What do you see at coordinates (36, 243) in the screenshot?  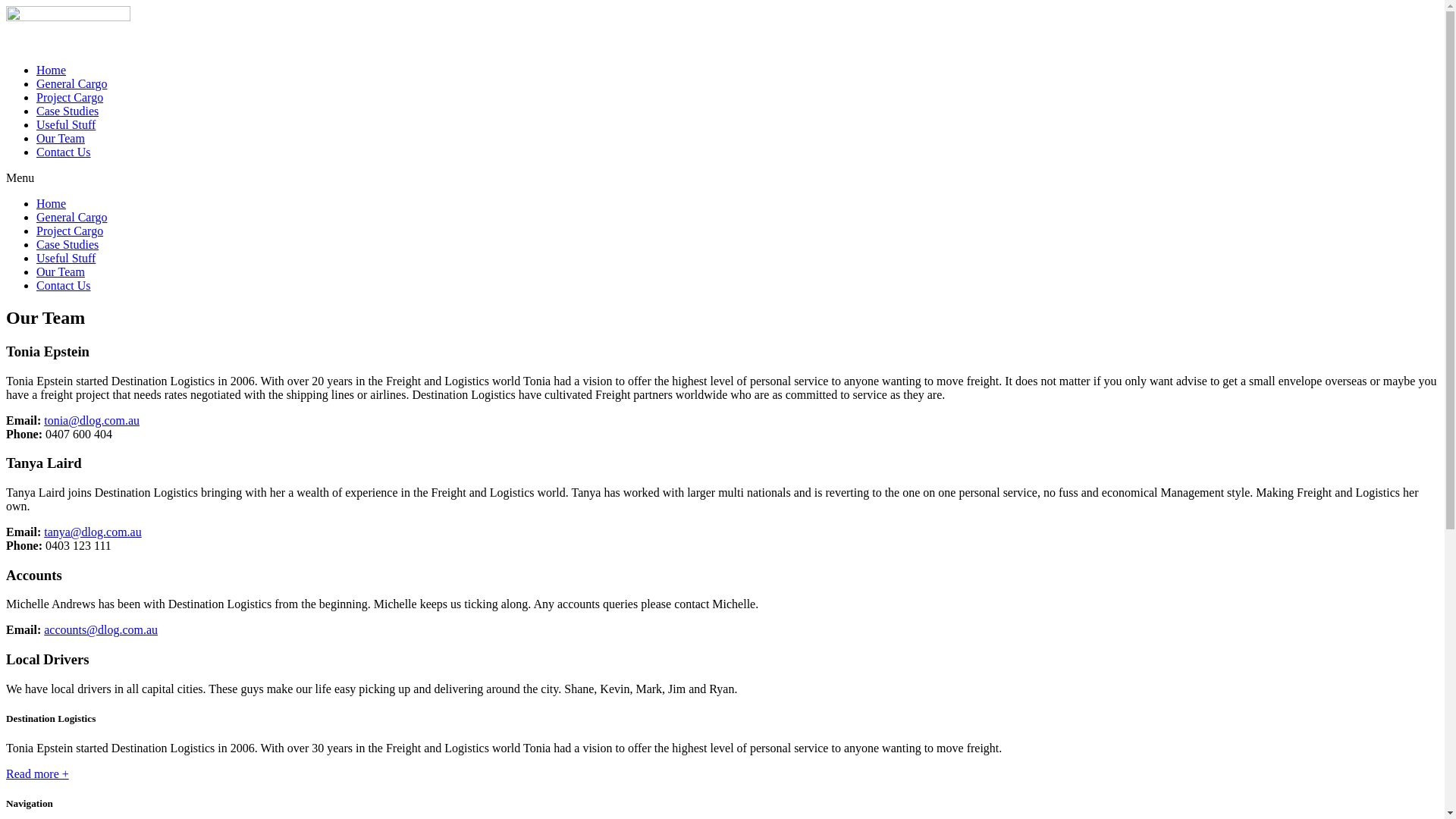 I see `'Case Studies'` at bounding box center [36, 243].